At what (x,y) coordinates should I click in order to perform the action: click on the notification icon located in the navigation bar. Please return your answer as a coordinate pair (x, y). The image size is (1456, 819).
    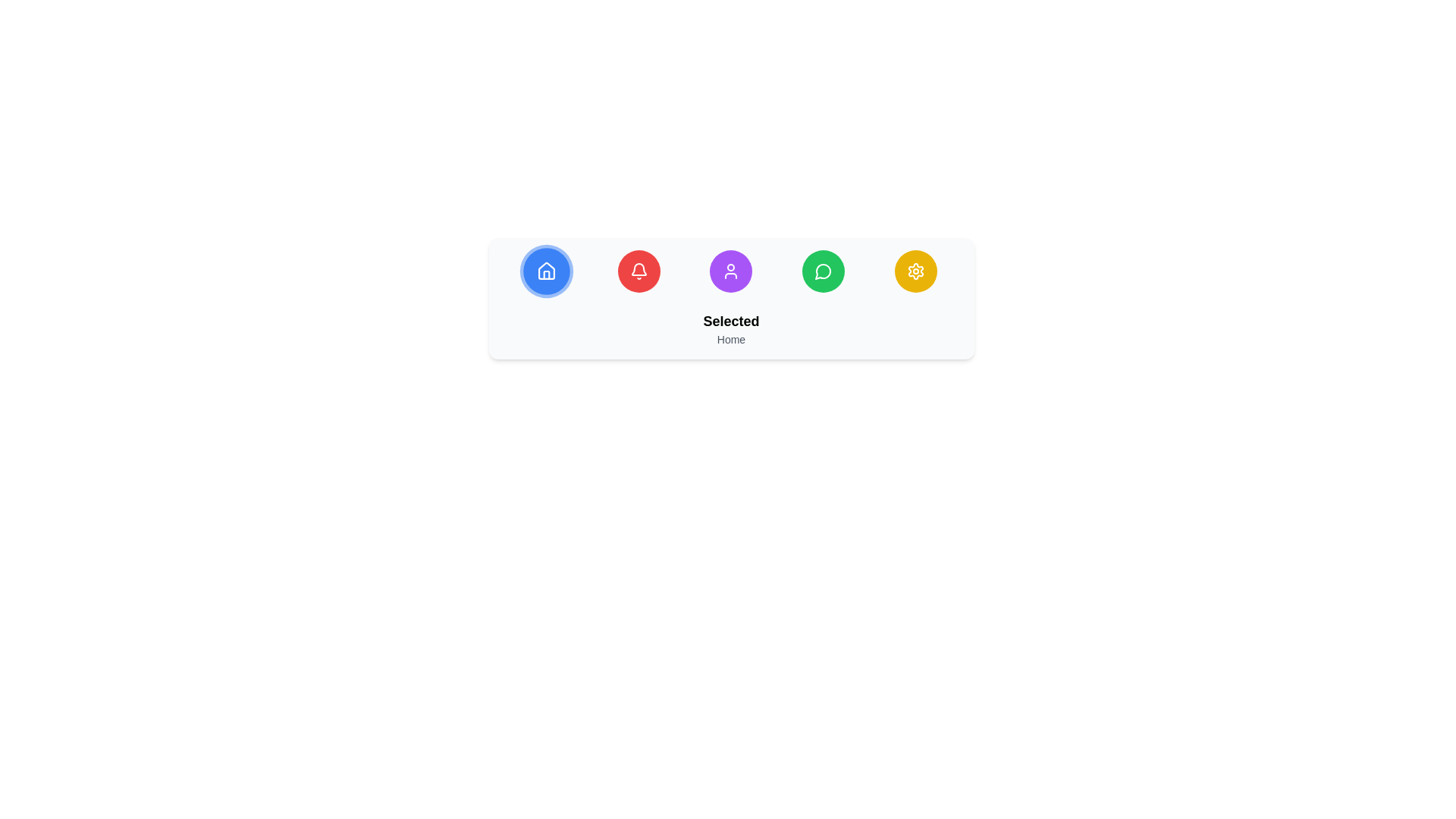
    Looking at the image, I should click on (639, 271).